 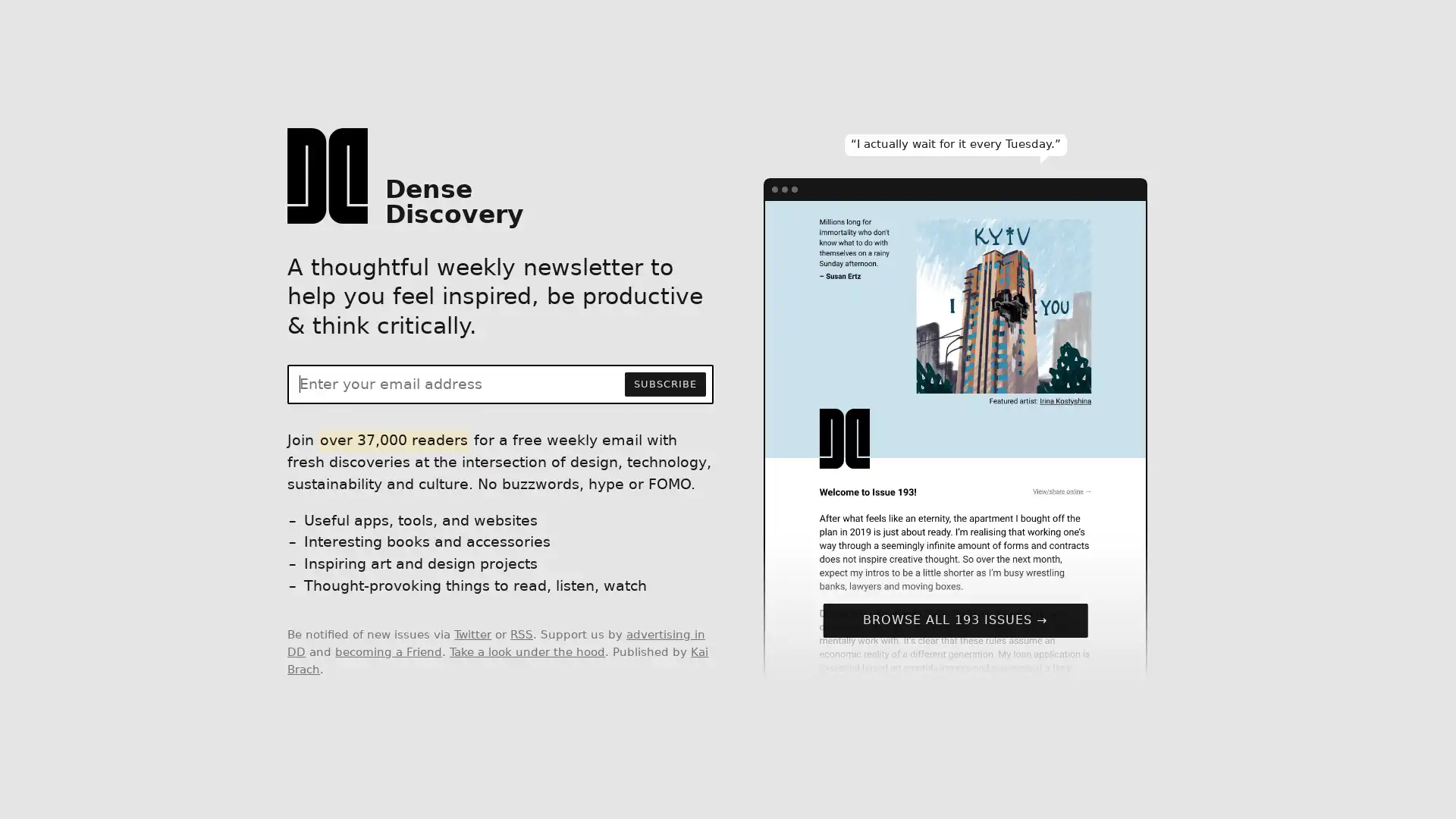 What do you see at coordinates (665, 382) in the screenshot?
I see `SUBSCRIBE` at bounding box center [665, 382].